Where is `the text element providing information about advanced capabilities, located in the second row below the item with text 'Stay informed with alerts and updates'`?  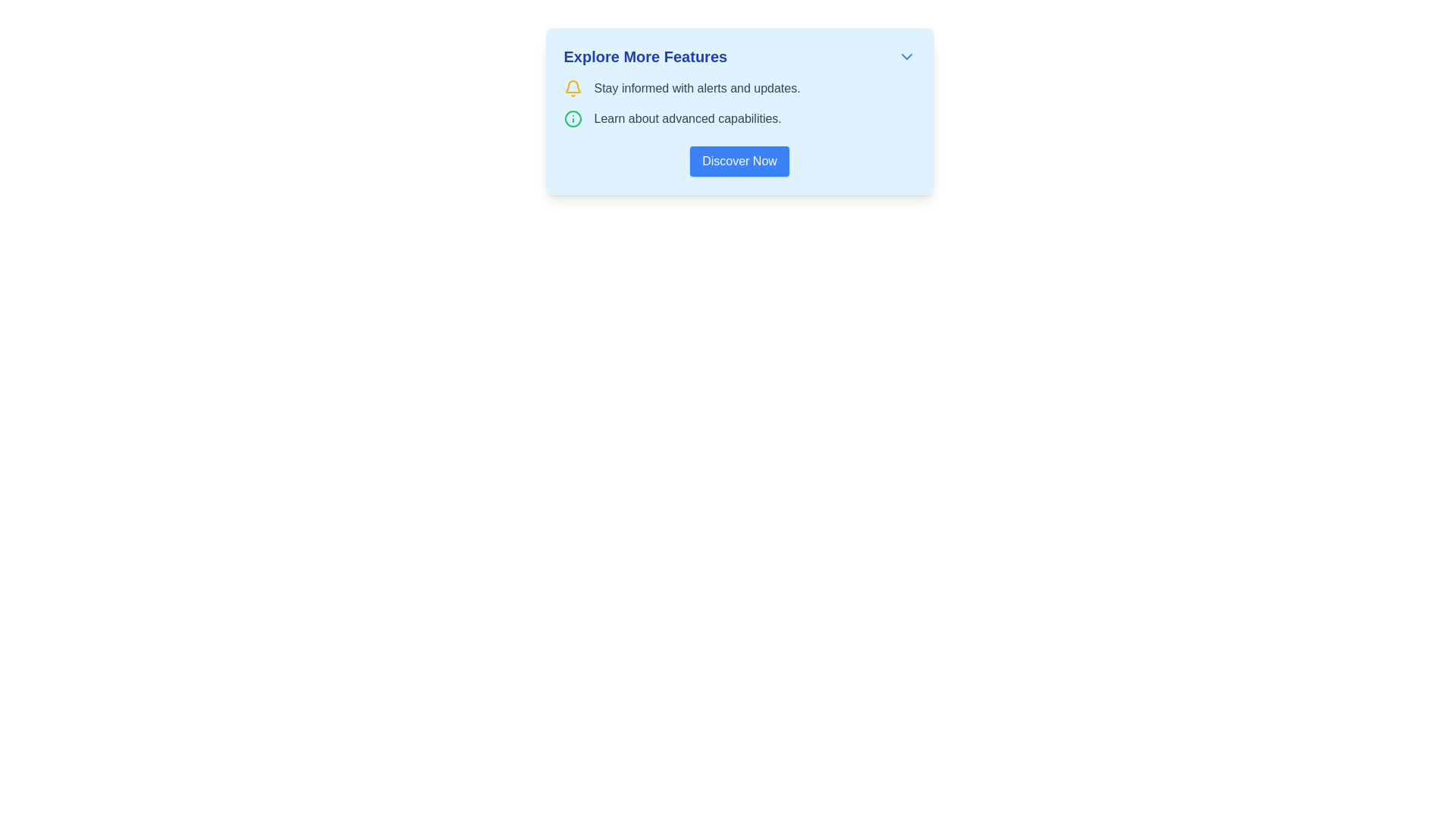
the text element providing information about advanced capabilities, located in the second row below the item with text 'Stay informed with alerts and updates' is located at coordinates (739, 118).